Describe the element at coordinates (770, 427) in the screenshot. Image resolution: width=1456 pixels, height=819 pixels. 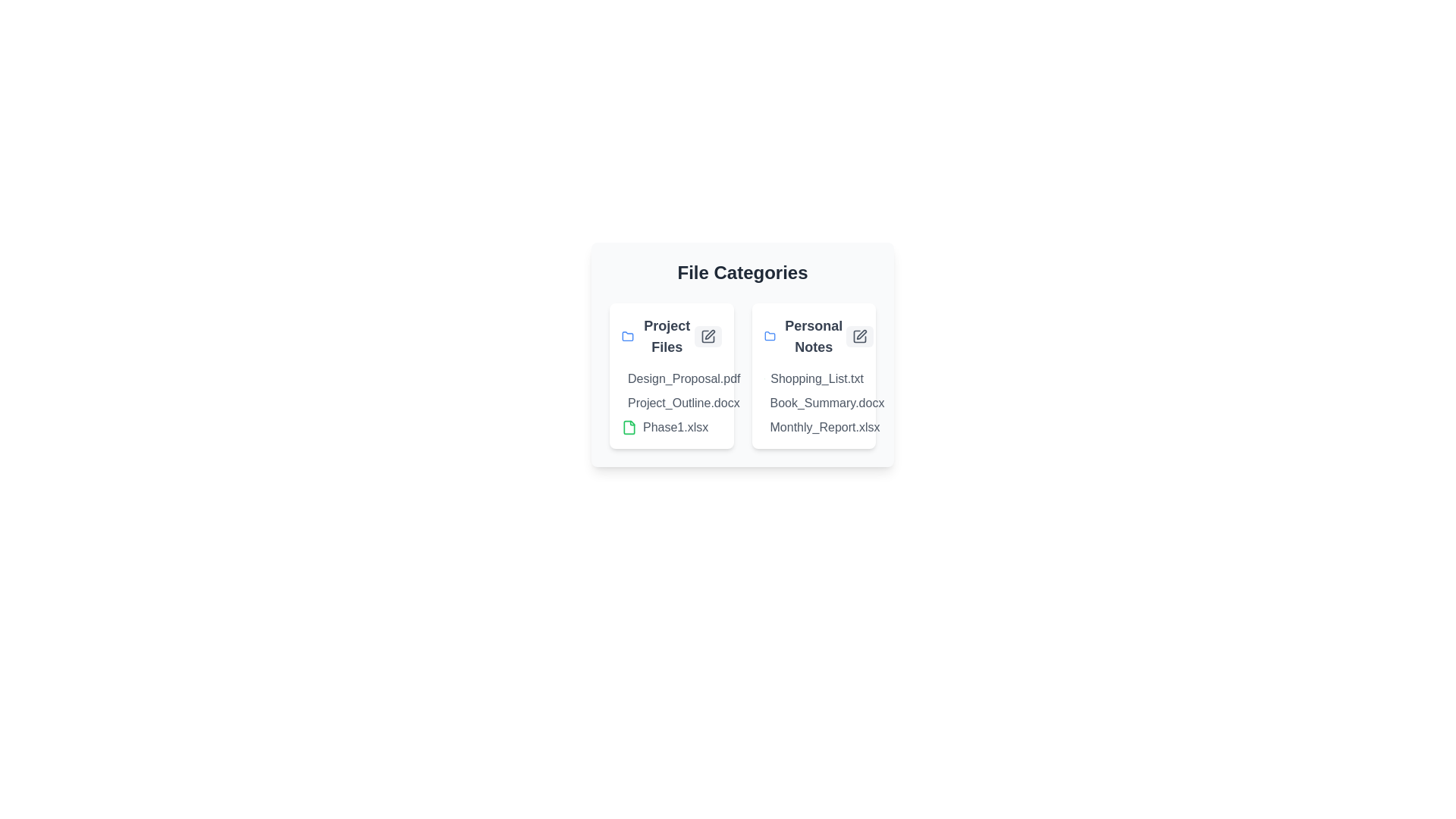
I see `the document Monthly_Report.xlsx` at that location.